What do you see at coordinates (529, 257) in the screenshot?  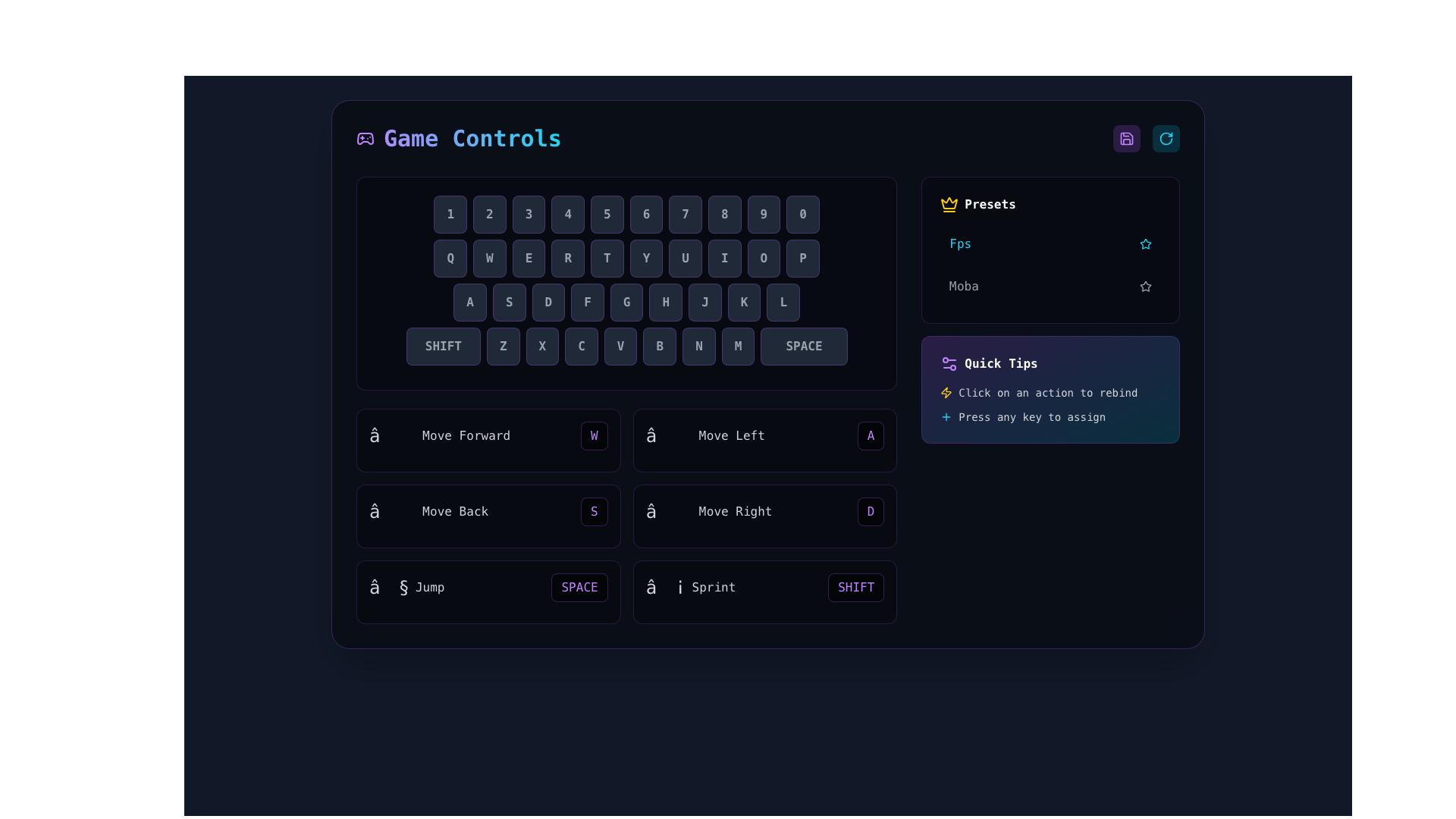 I see `the button displaying the character 'E' with a dark background, located between the buttons 'W' and 'R' in the keyboard-like layout` at bounding box center [529, 257].